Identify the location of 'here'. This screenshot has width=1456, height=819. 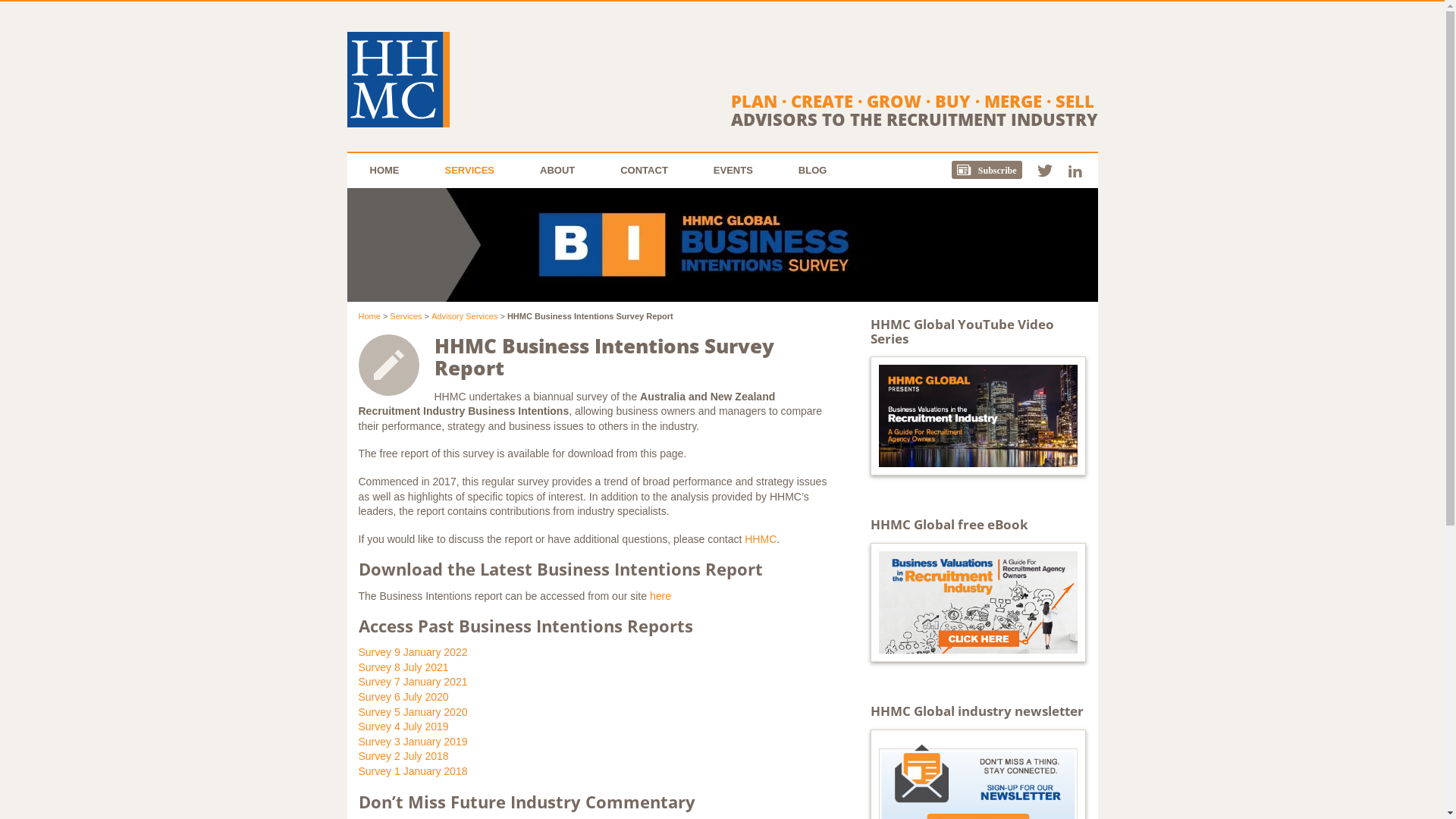
(650, 595).